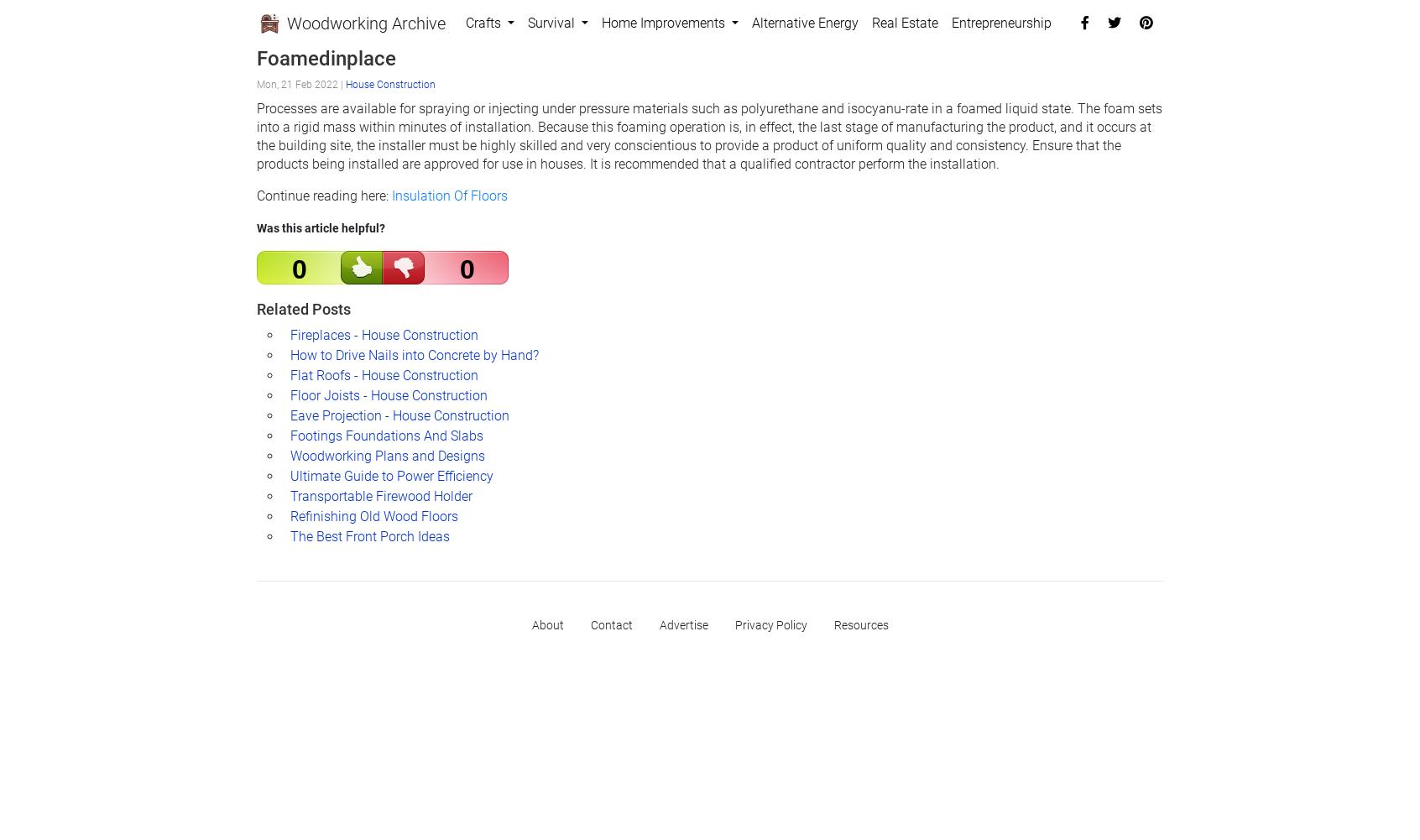 The width and height of the screenshot is (1420, 840). Describe the element at coordinates (384, 333) in the screenshot. I see `'Fireplaces - House Construction'` at that location.